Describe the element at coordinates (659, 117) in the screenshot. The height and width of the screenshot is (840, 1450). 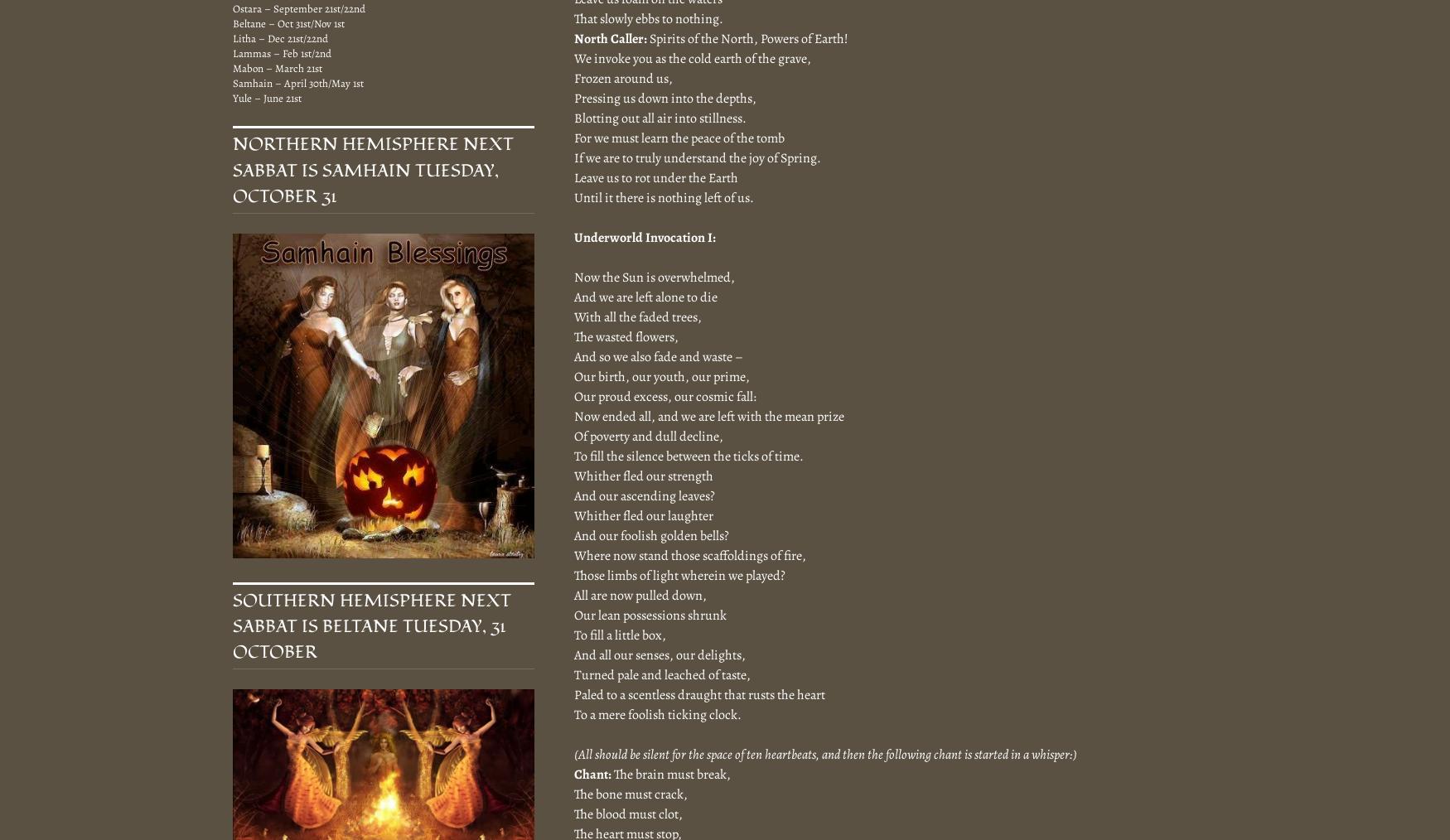
I see `'Blotting out all air into stillness.'` at that location.